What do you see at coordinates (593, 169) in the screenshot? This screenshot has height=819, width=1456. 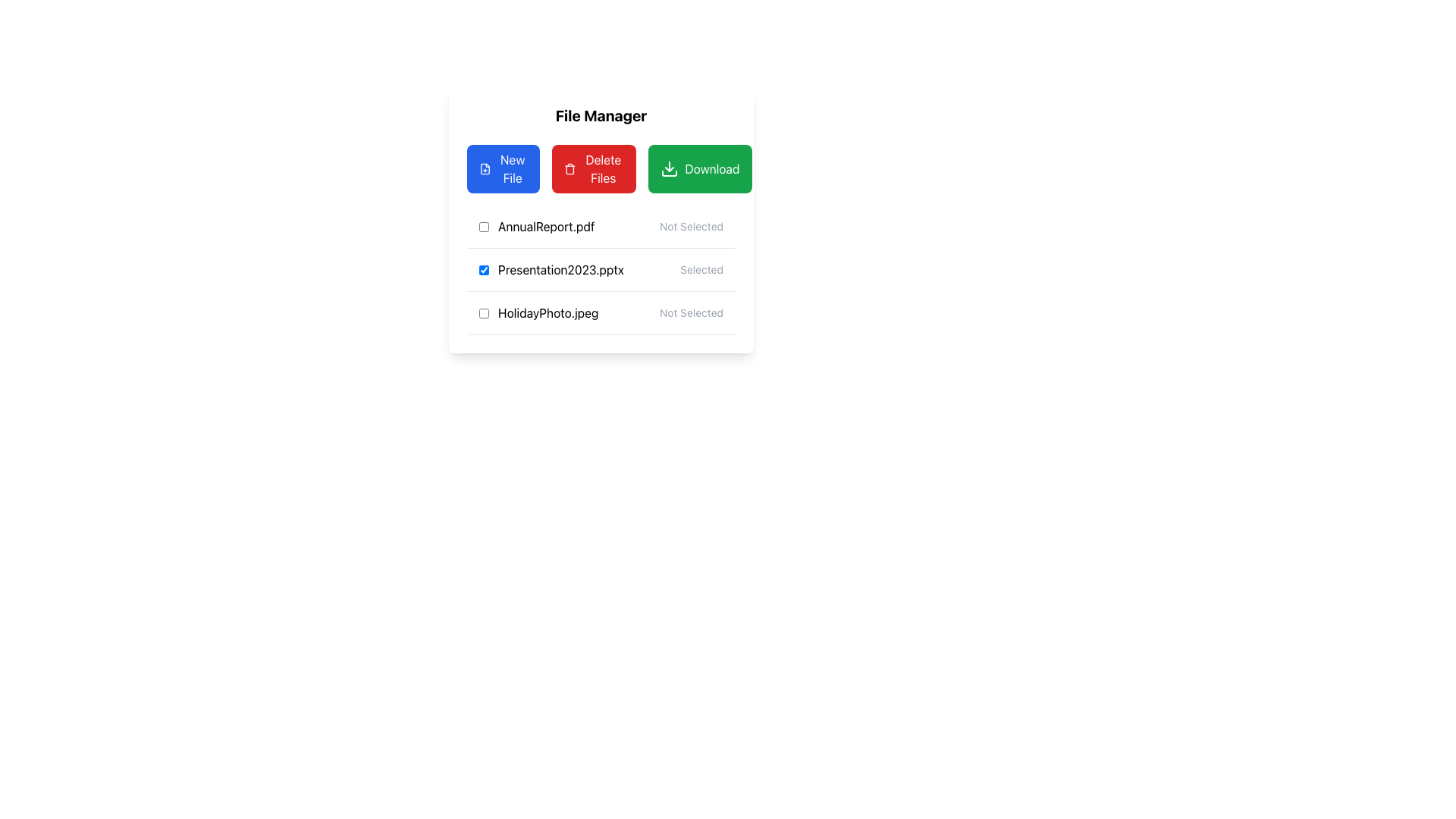 I see `the delete button located between the 'New File' button and the 'Download' button in the 'File Manager' panel to observe any hover effects` at bounding box center [593, 169].